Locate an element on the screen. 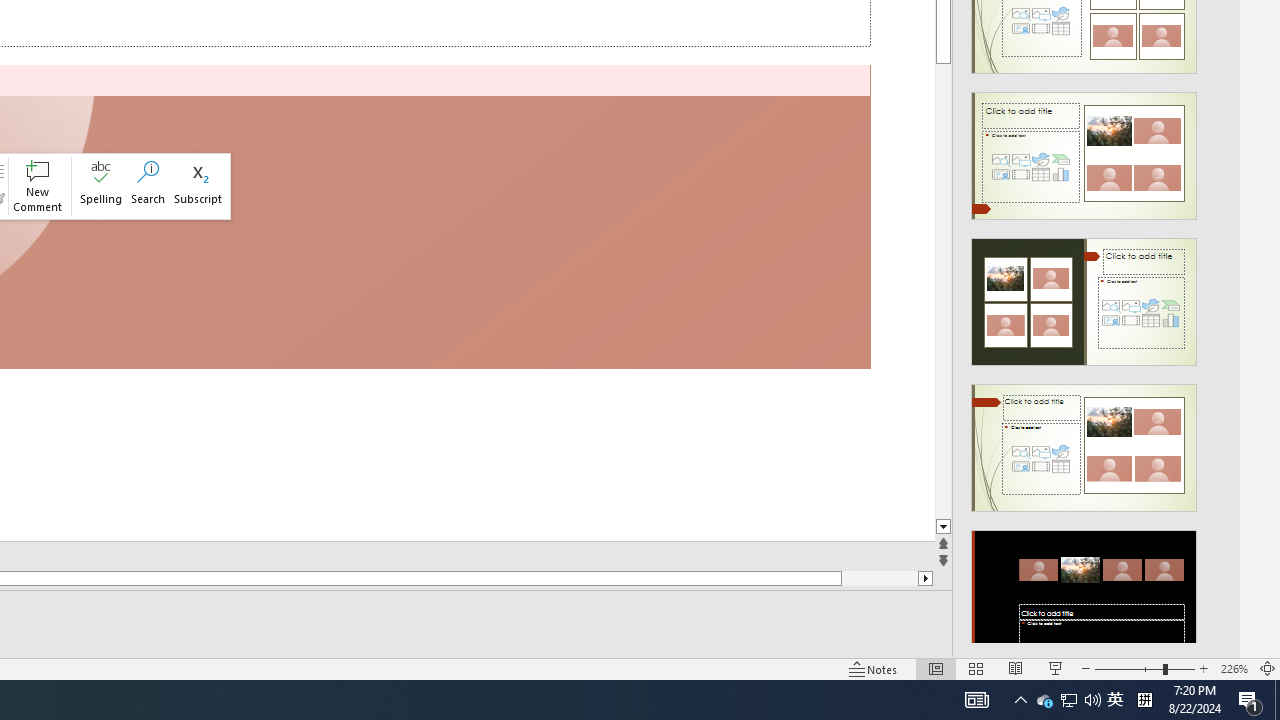 Image resolution: width=1280 pixels, height=720 pixels. 'Spelling...' is located at coordinates (100, 186).